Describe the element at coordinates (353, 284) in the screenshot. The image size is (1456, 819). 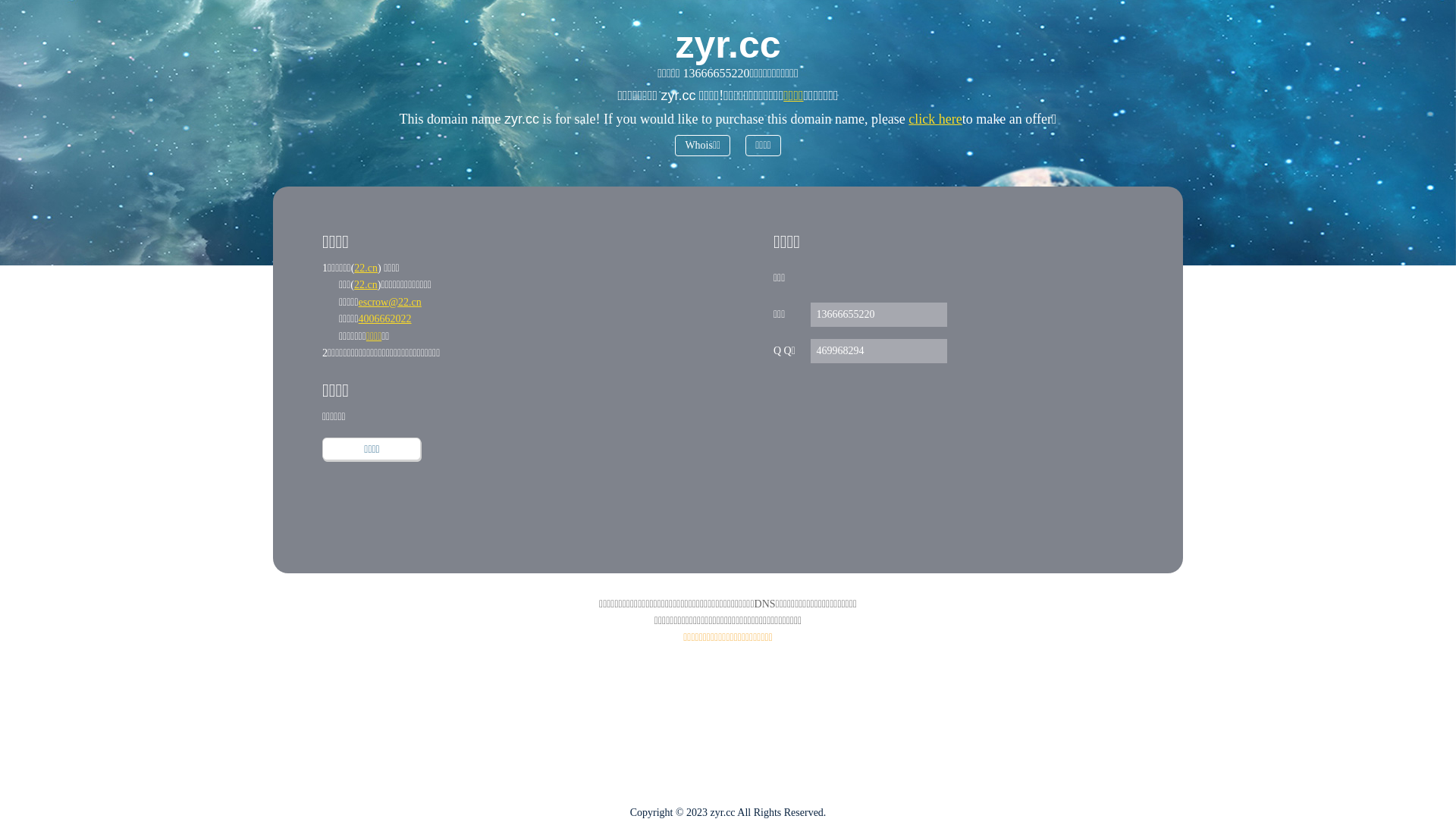
I see `'22.cn'` at that location.